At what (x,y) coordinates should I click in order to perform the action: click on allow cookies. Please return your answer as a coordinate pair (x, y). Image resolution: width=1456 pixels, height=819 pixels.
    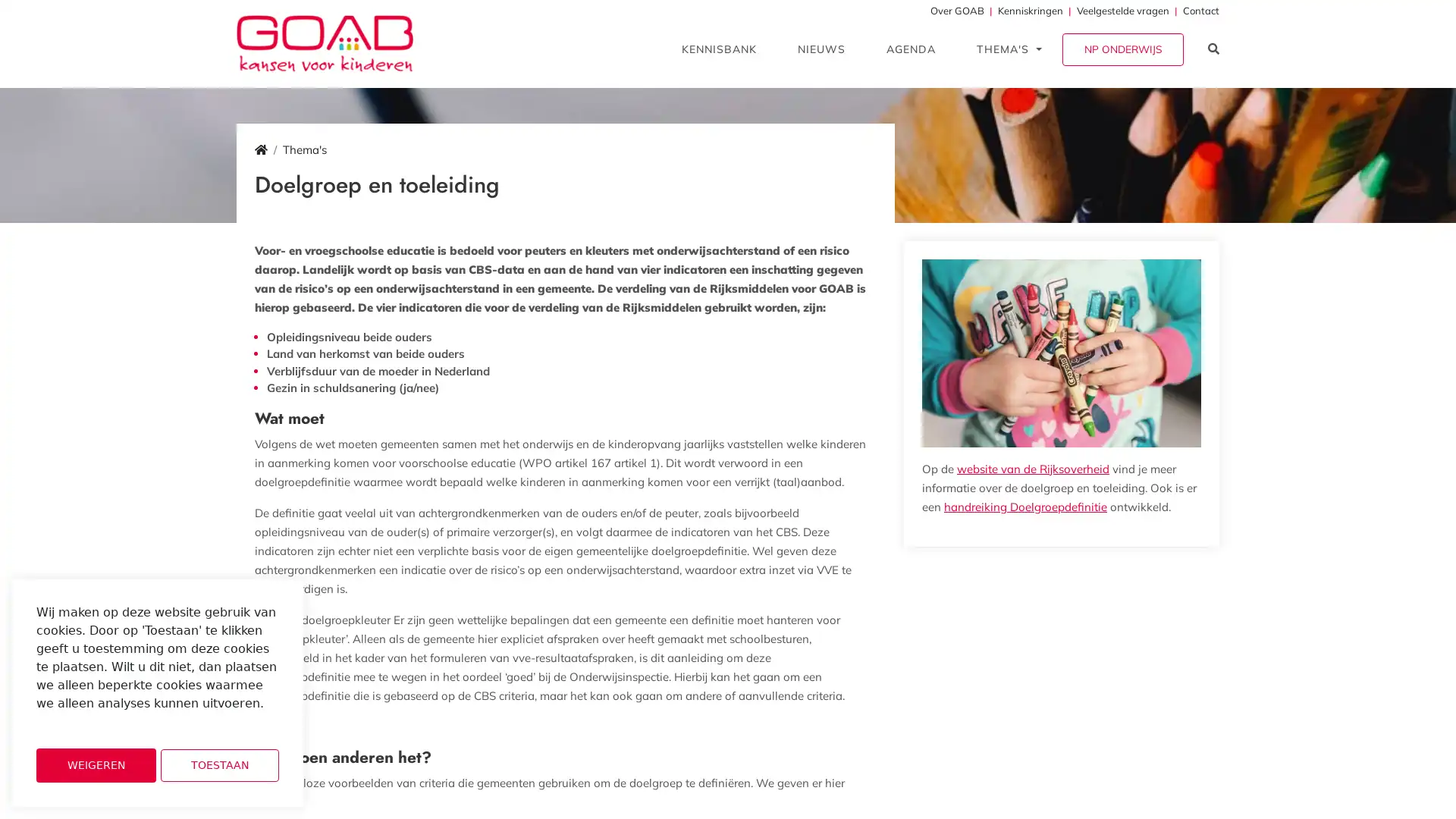
    Looking at the image, I should click on (218, 765).